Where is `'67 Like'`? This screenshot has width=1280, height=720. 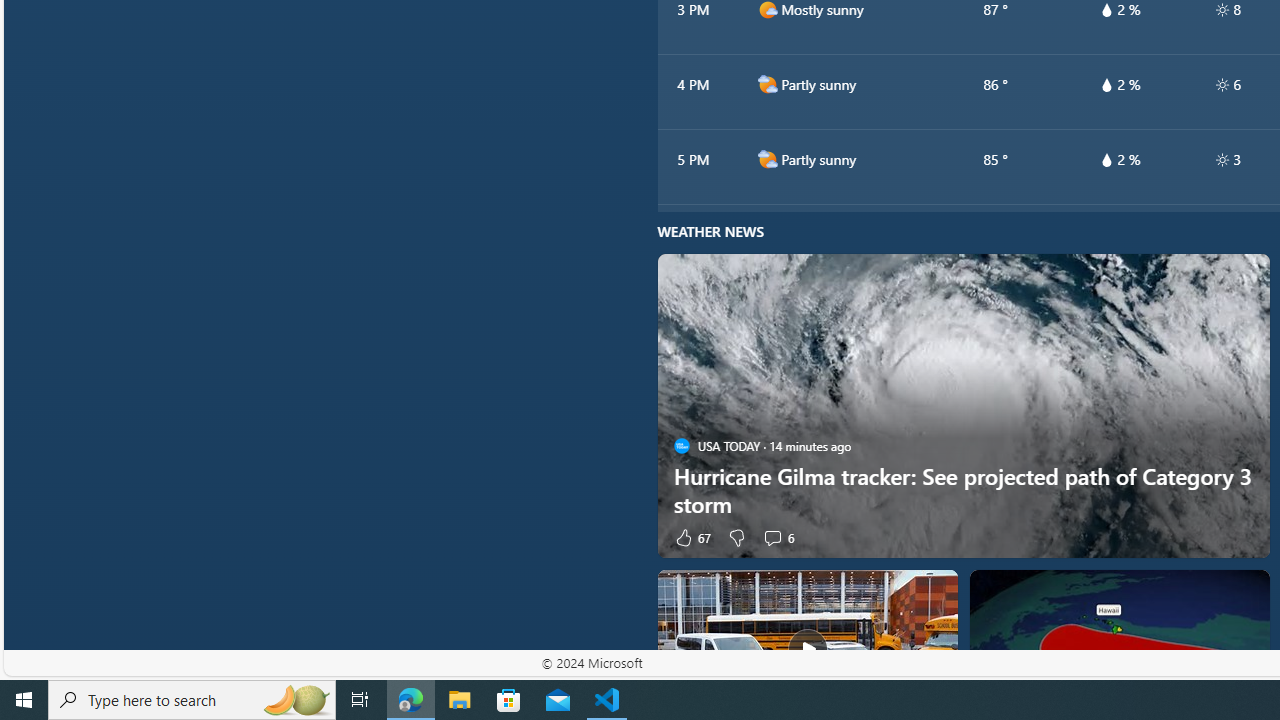 '67 Like' is located at coordinates (692, 536).